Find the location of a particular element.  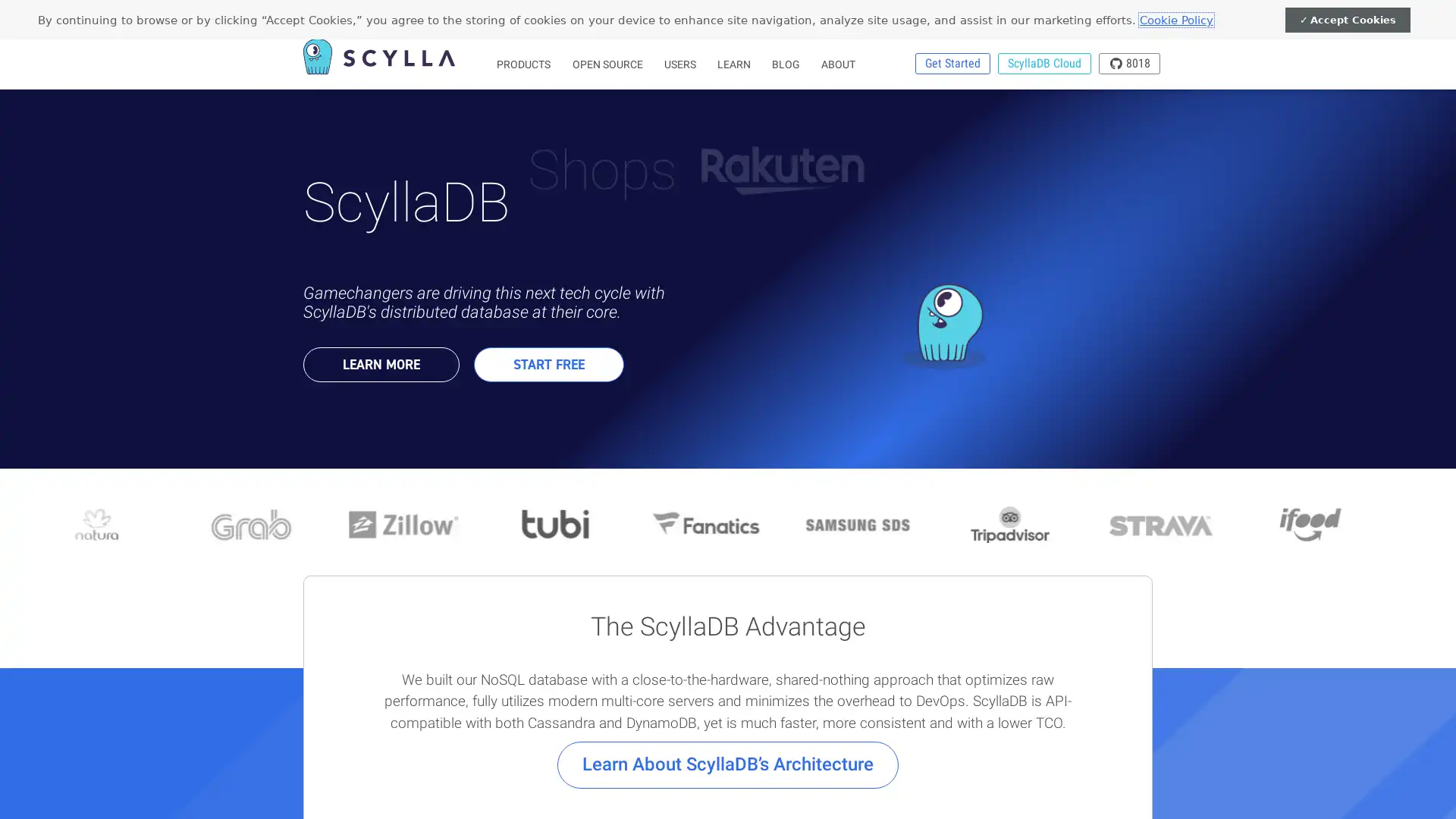

Learn About ScyllaDBs Architecture is located at coordinates (728, 765).